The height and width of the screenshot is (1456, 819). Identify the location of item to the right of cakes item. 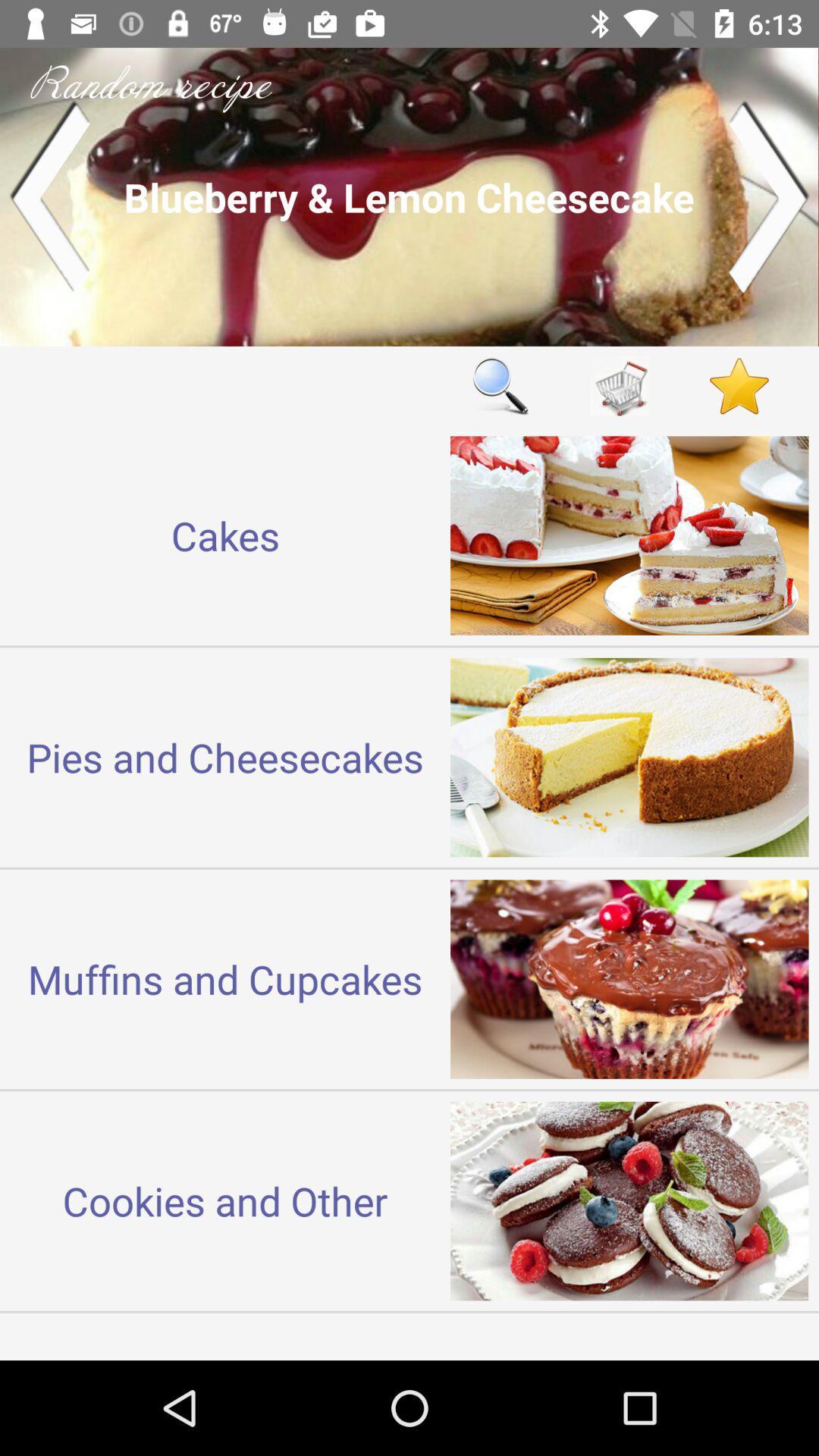
(500, 386).